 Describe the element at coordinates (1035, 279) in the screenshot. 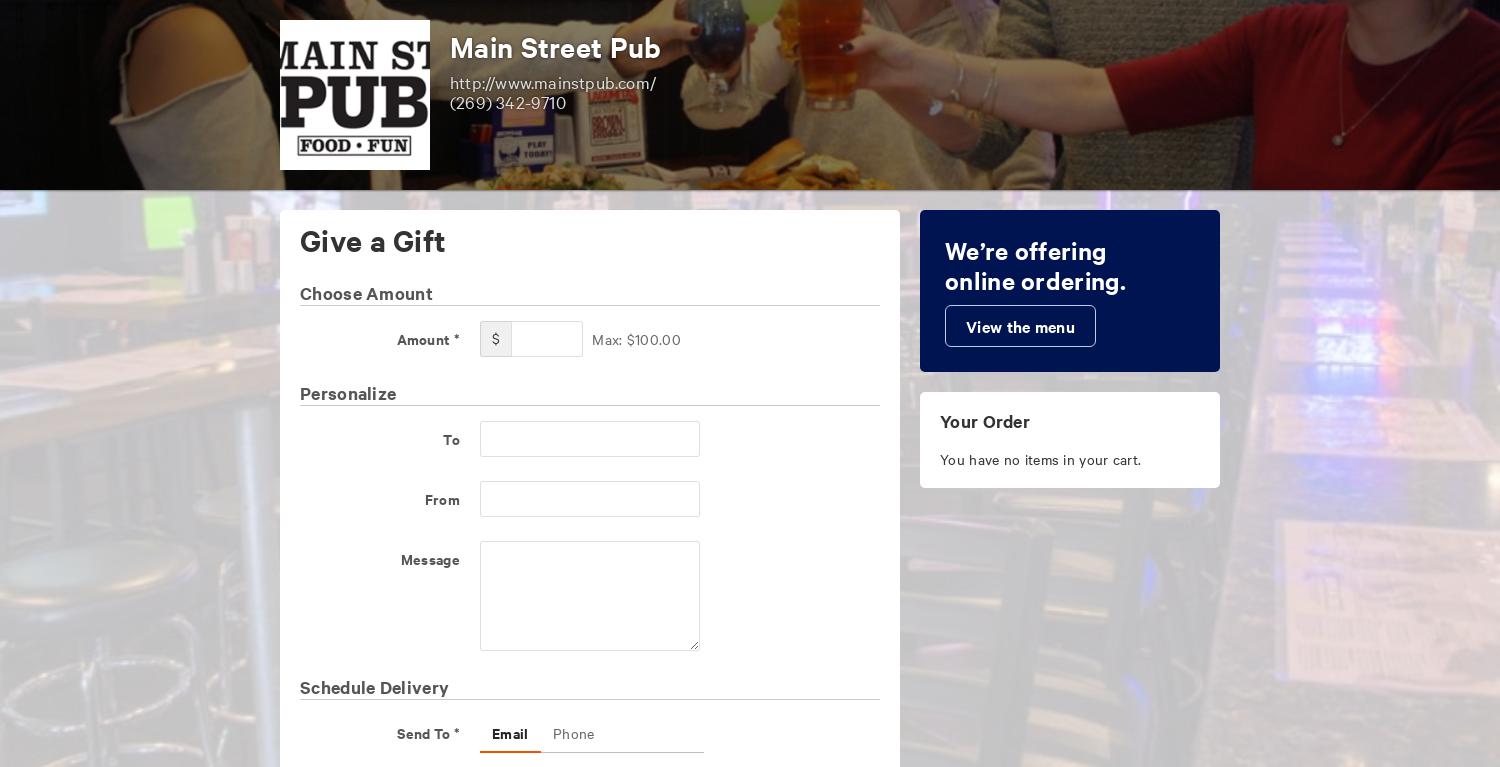

I see `'online ordering.'` at that location.